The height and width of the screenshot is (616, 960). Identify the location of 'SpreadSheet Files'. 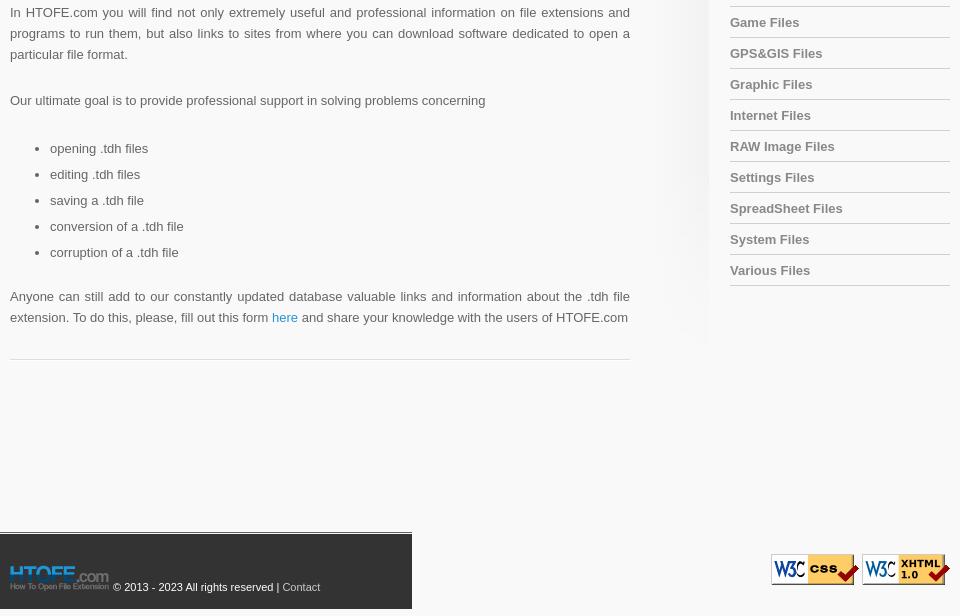
(785, 208).